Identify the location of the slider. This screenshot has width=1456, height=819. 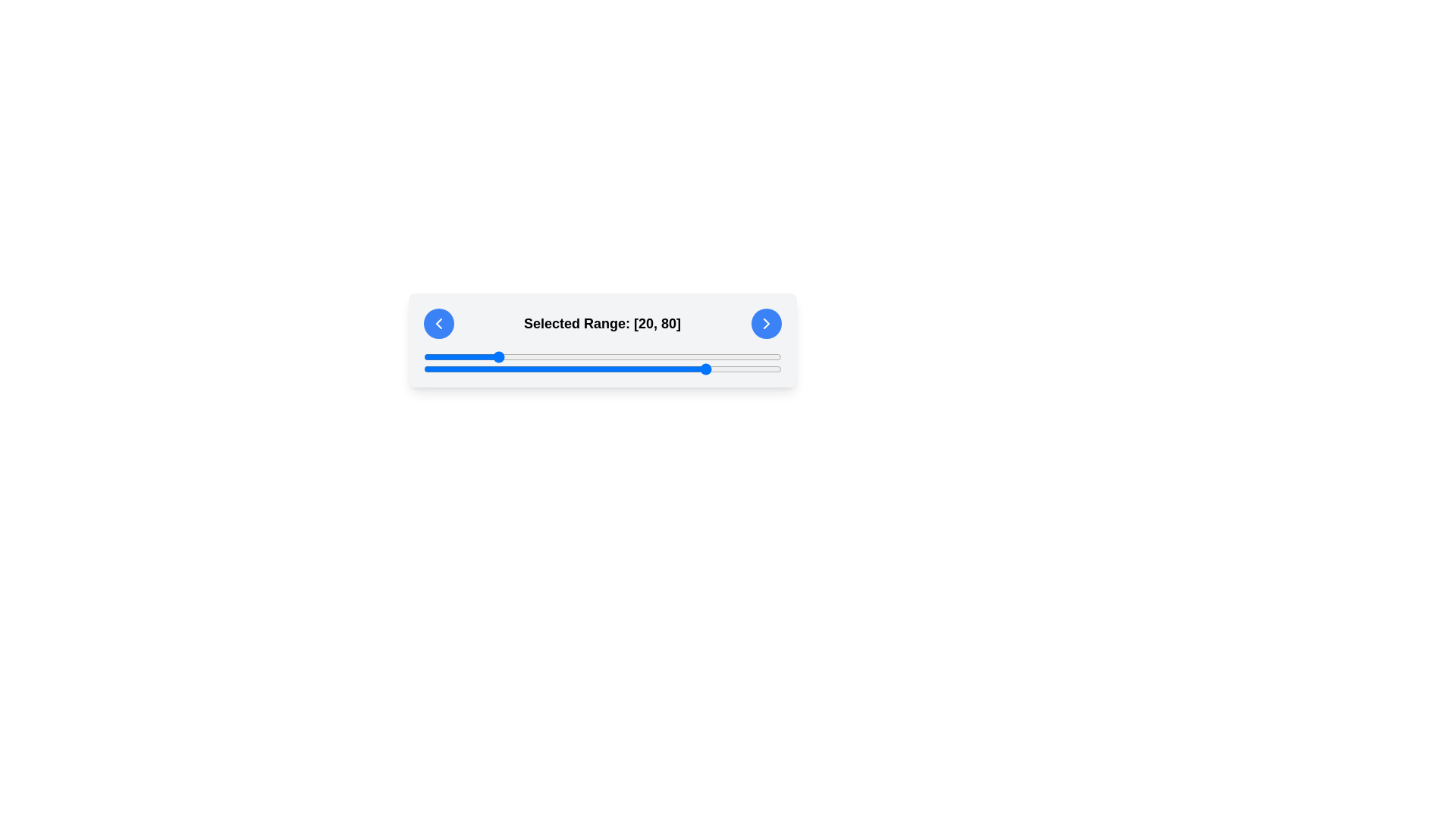
(691, 369).